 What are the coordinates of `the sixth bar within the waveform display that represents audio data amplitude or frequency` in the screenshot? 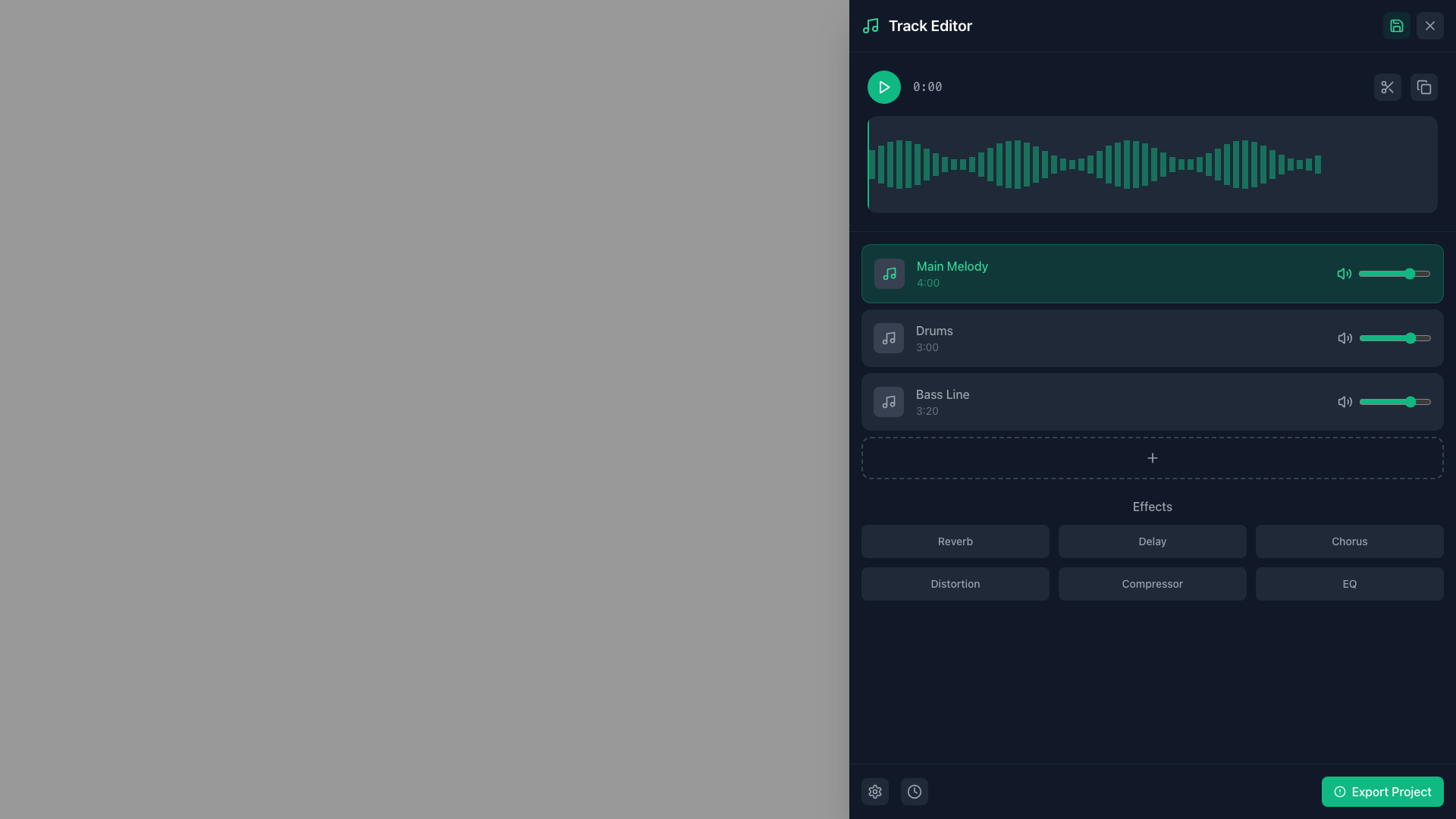 It's located at (916, 164).